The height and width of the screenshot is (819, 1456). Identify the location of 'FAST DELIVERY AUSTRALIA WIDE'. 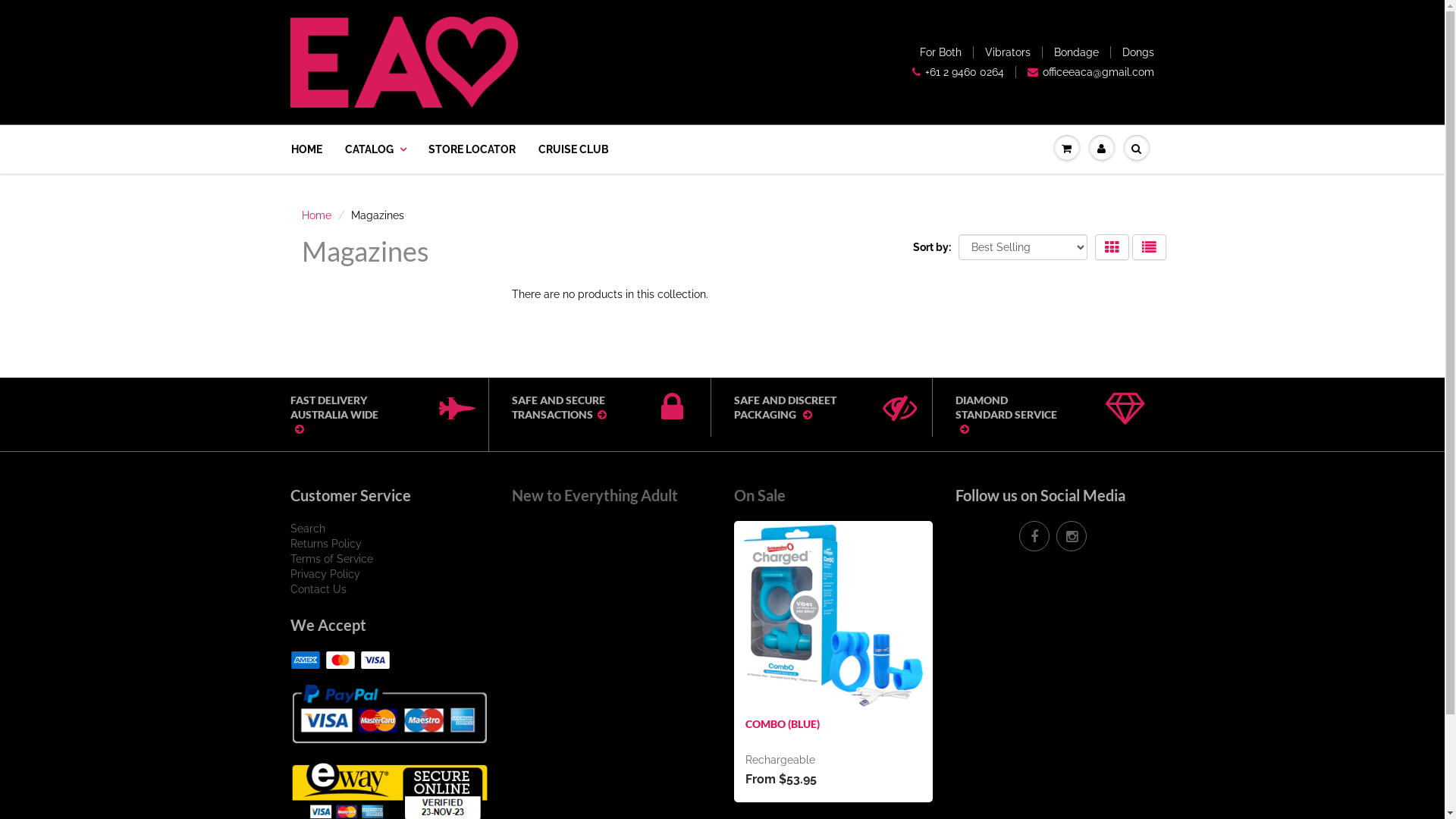
(290, 414).